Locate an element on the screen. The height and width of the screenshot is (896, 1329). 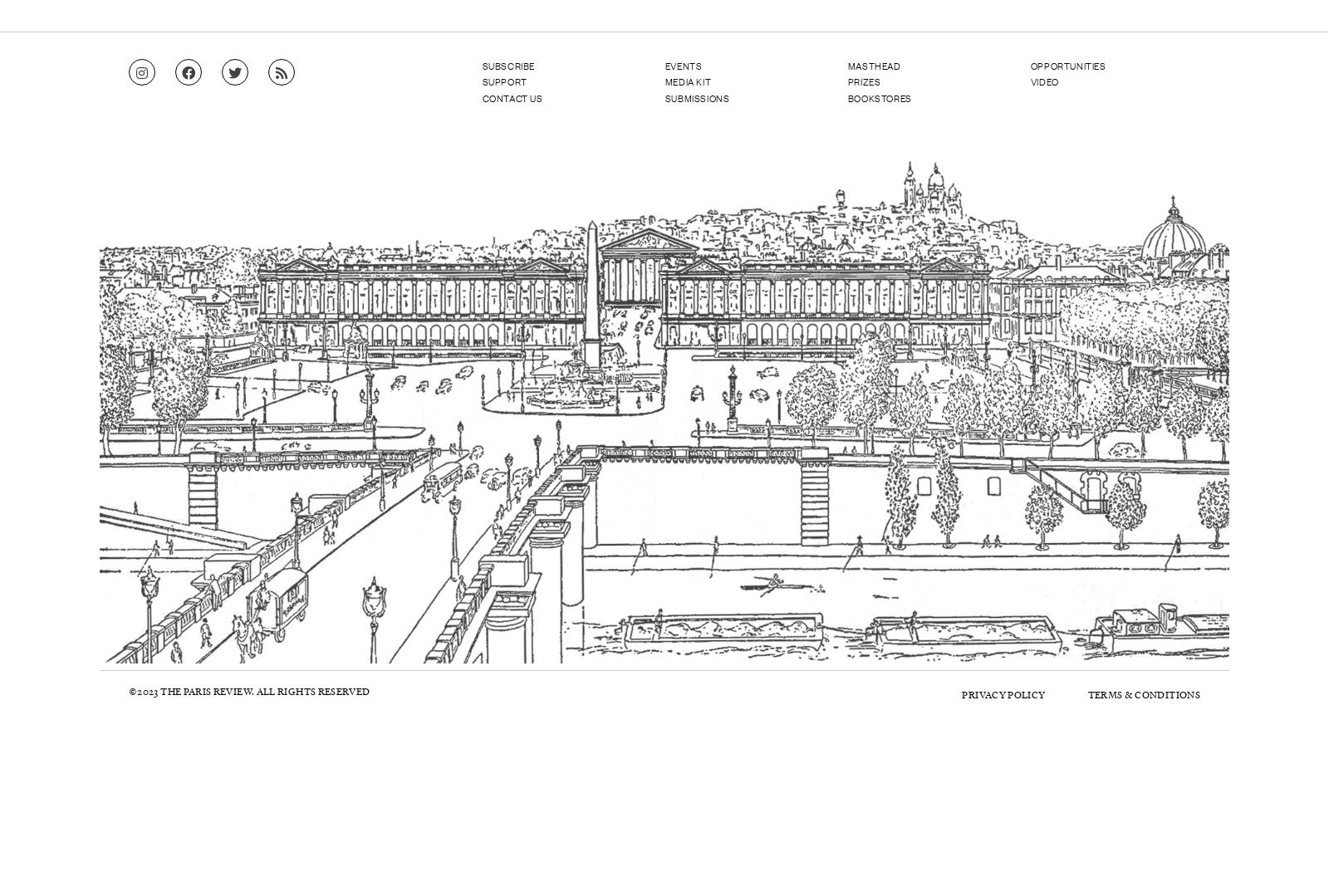
'Video' is located at coordinates (1029, 81).